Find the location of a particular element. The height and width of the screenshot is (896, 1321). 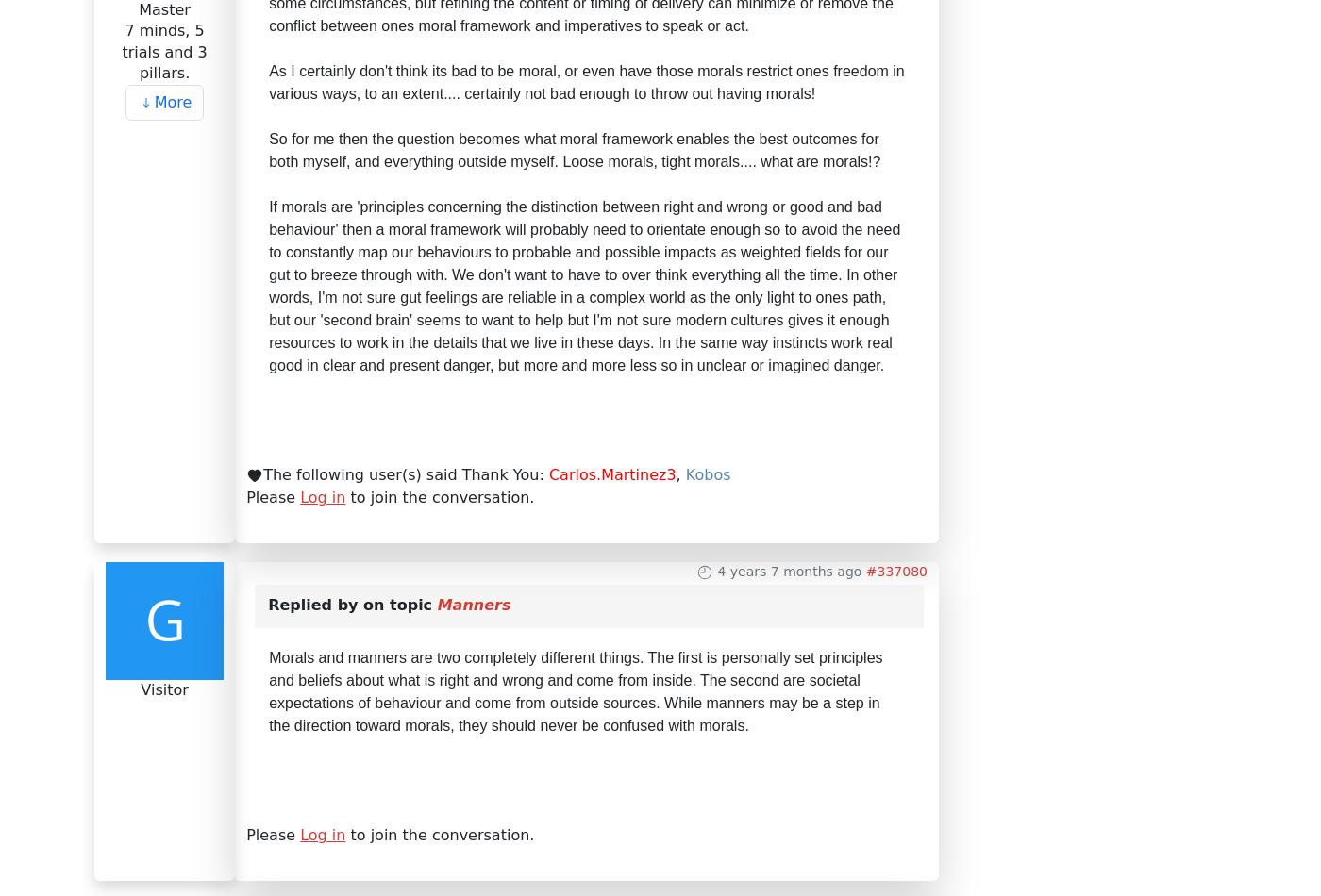

'Open Discussions' is located at coordinates (360, 386).